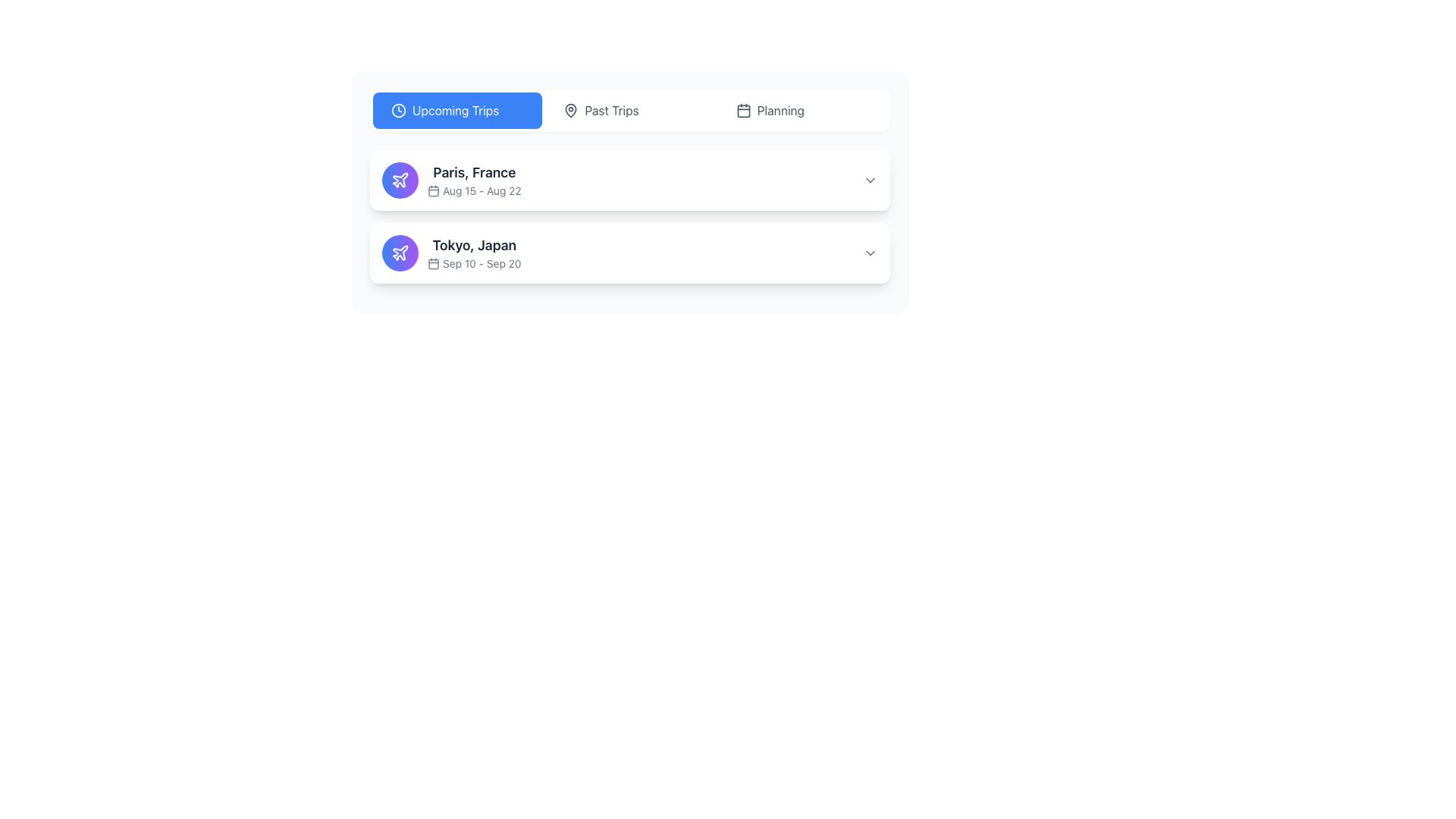 The image size is (1456, 819). I want to click on the 'Planning' icon located to the left of the text 'Planning' in the navigation bar, which visually represents the planning section, so click(743, 110).